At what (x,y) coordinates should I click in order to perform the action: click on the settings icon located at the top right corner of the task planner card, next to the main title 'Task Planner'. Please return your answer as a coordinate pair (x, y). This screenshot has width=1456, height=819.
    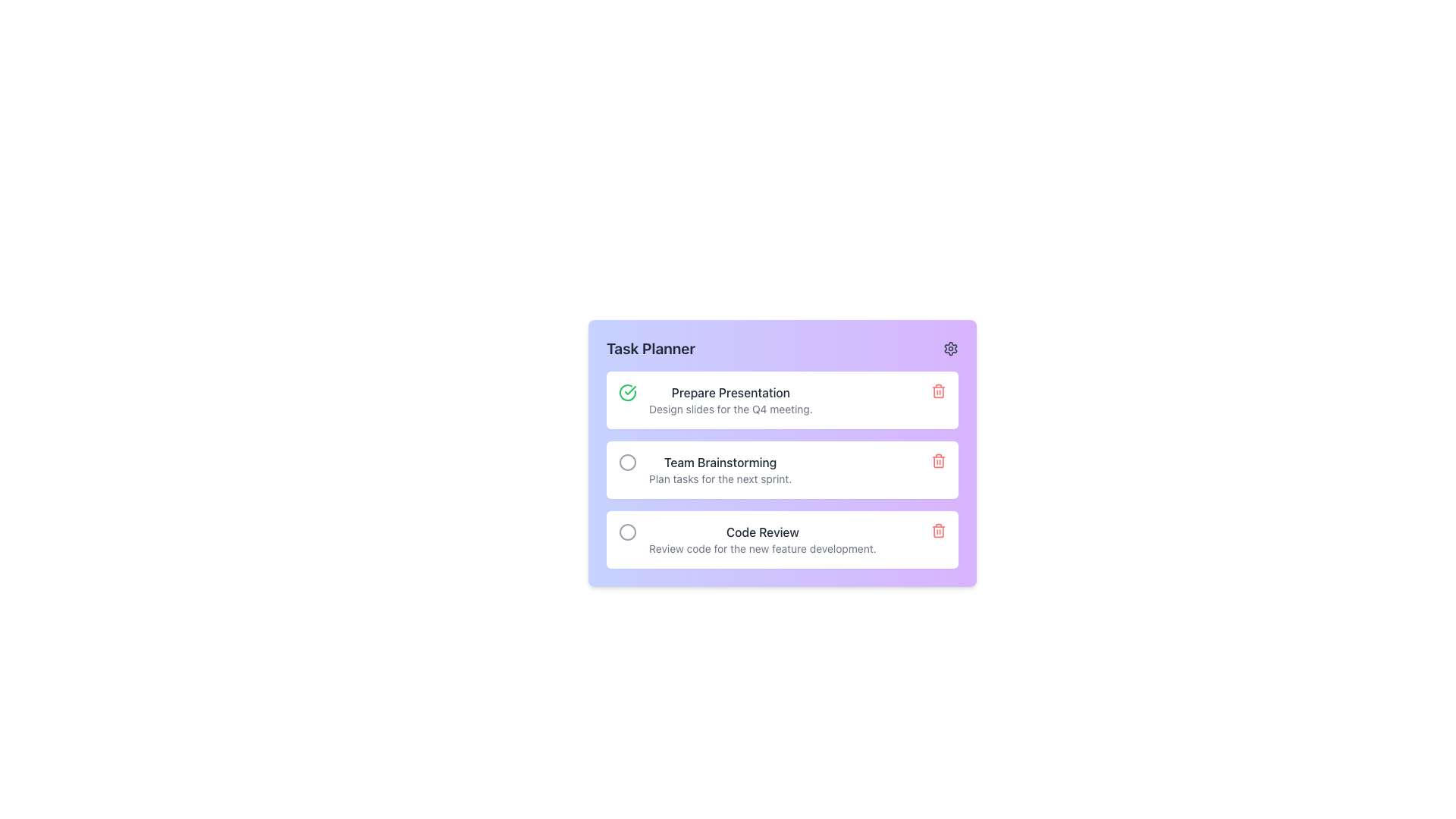
    Looking at the image, I should click on (949, 348).